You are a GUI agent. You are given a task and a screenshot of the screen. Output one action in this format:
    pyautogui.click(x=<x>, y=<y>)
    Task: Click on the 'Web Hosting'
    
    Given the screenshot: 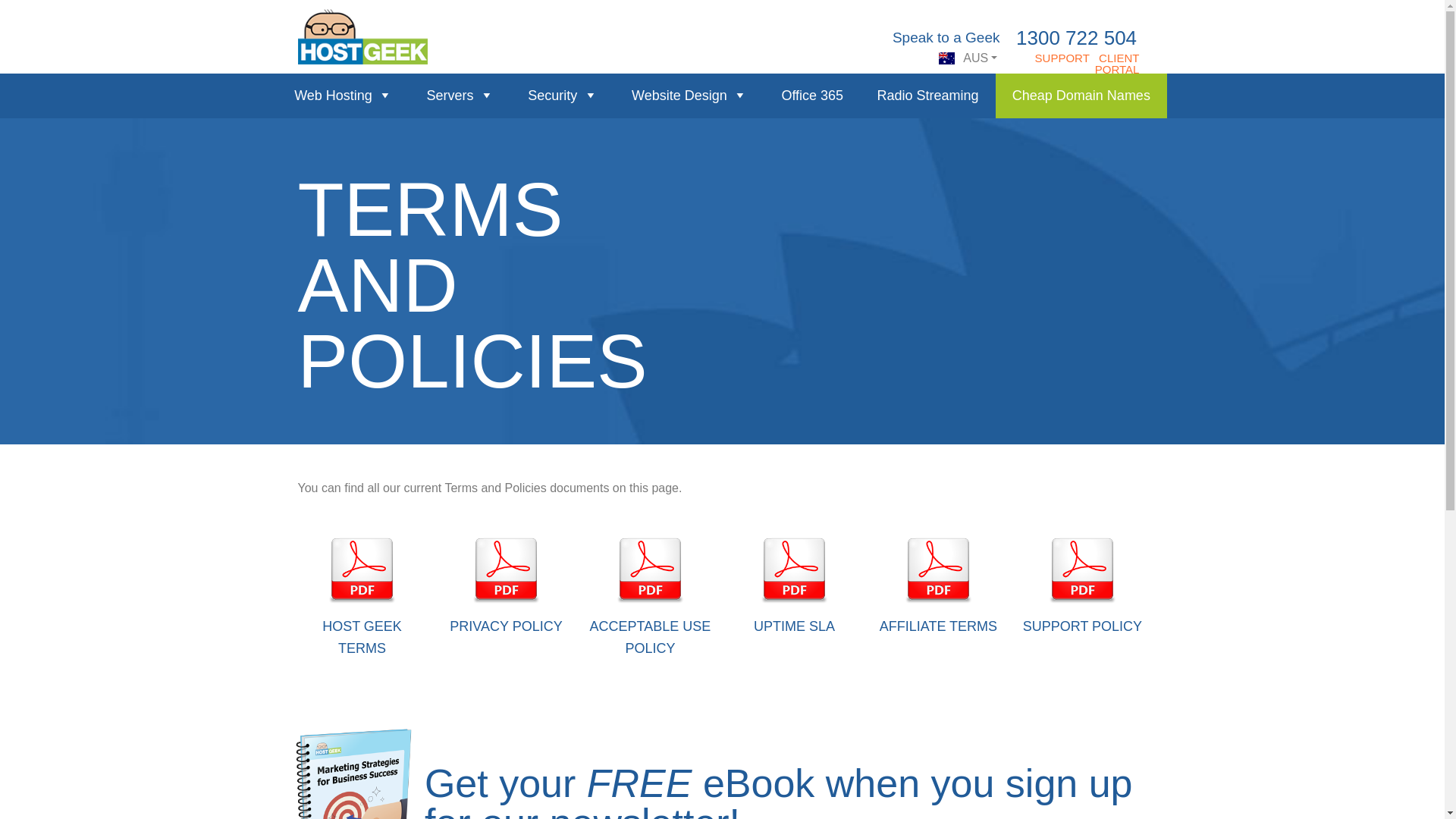 What is the action you would take?
    pyautogui.click(x=277, y=96)
    